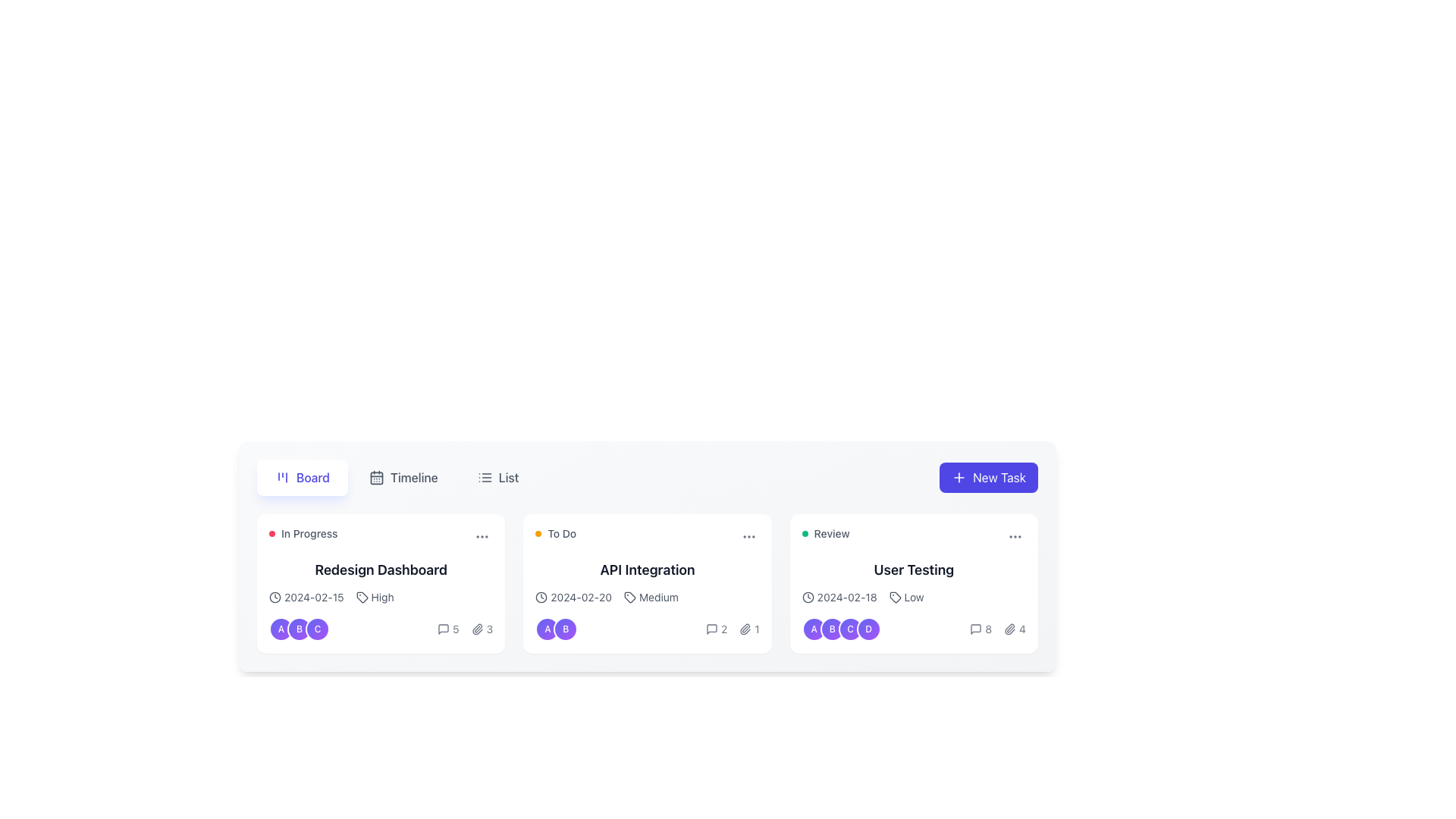 This screenshot has height=819, width=1456. What do you see at coordinates (976, 629) in the screenshot?
I see `the messaging icon within the 'User Testing' task card` at bounding box center [976, 629].